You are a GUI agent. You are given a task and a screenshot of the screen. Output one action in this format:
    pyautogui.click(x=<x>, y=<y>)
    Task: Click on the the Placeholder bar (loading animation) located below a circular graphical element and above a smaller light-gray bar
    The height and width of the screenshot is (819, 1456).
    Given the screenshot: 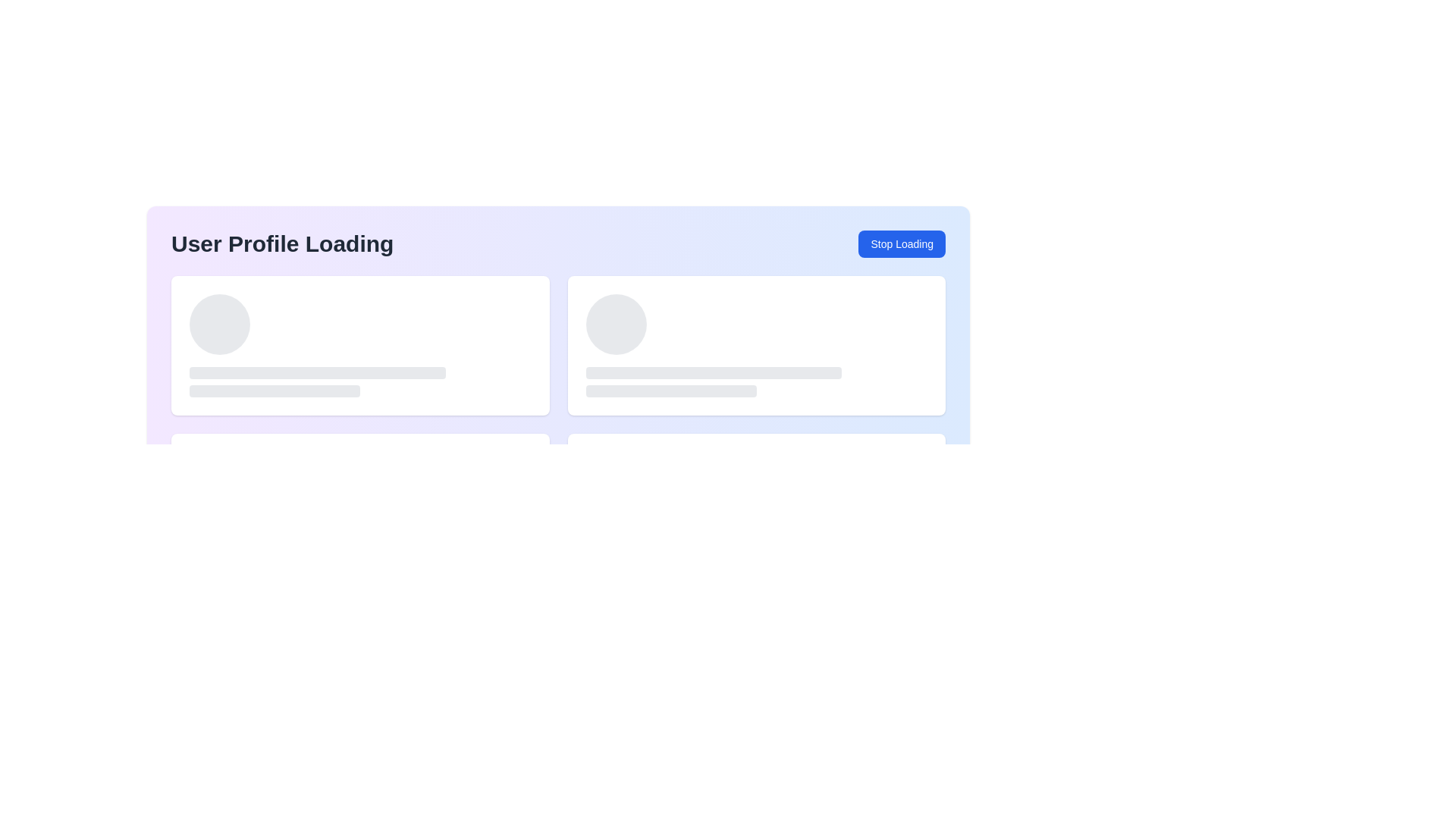 What is the action you would take?
    pyautogui.click(x=713, y=373)
    